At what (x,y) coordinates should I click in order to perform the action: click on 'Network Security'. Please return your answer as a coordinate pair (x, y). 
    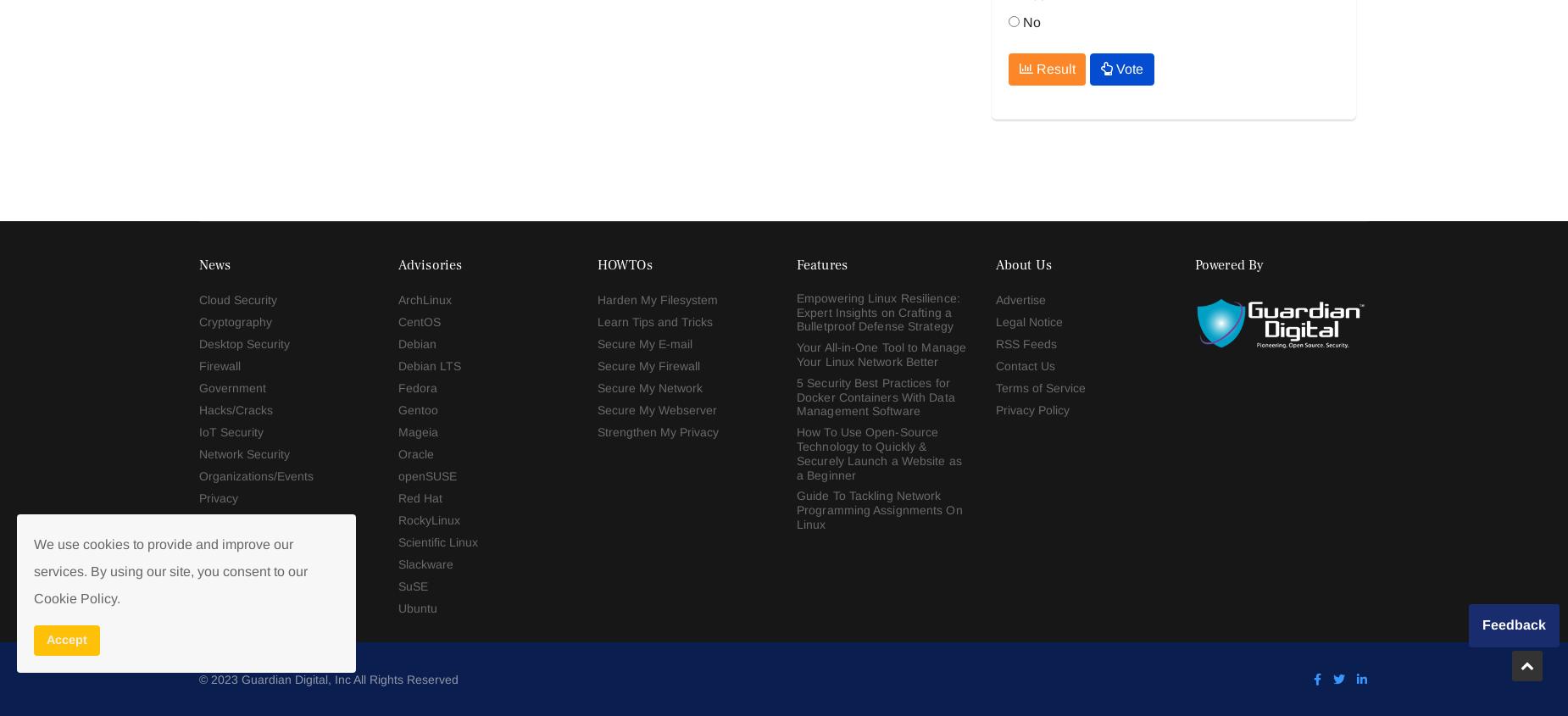
    Looking at the image, I should click on (197, 25).